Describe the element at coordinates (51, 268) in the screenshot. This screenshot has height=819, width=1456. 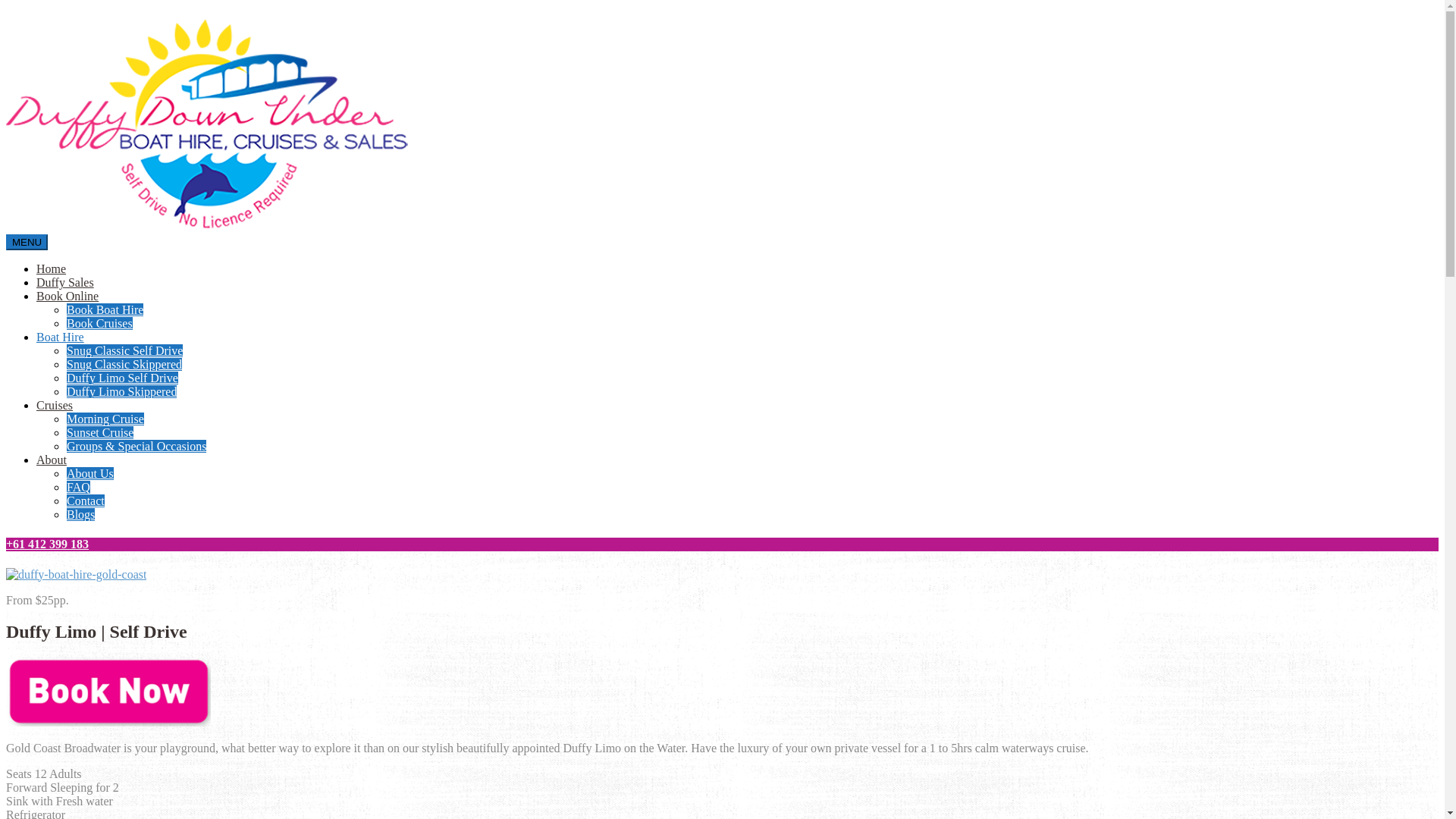
I see `'Home'` at that location.